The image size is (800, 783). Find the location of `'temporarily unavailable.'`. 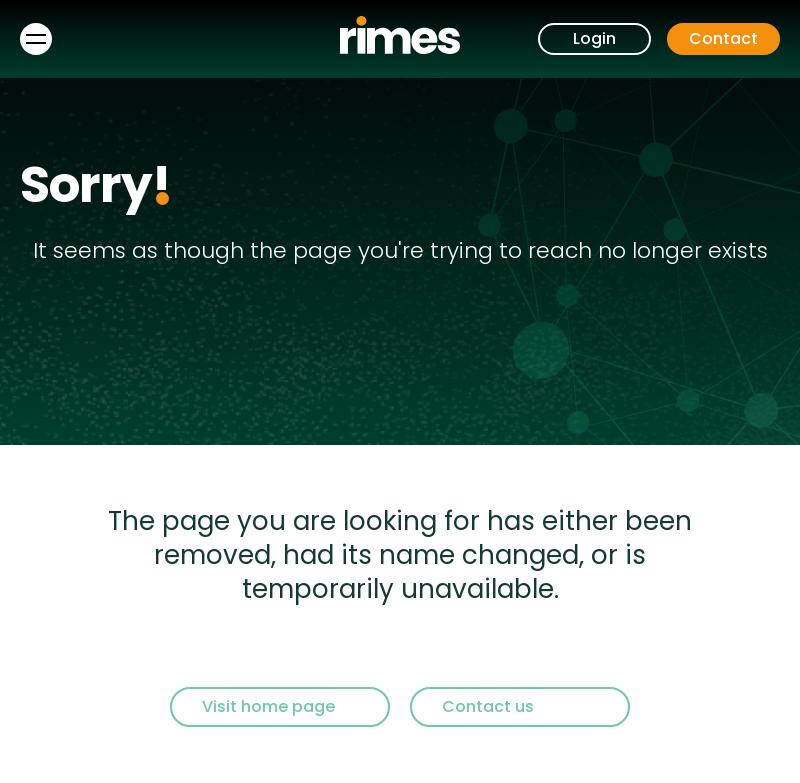

'temporarily unavailable.' is located at coordinates (240, 587).